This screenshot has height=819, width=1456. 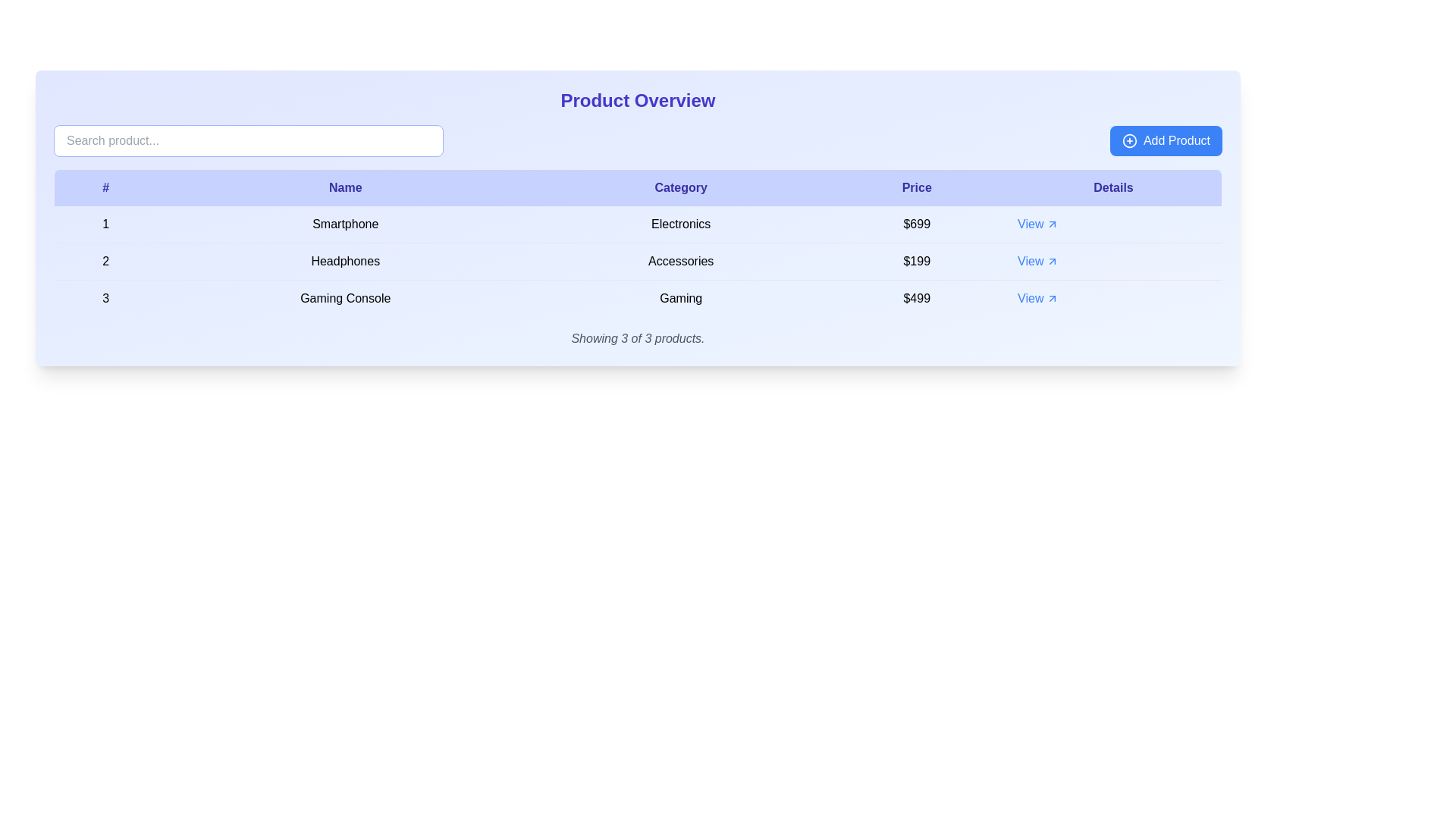 What do you see at coordinates (680, 260) in the screenshot?
I see `the label that provides category information for the second product entry in the table, located in the 'Category' column under 'Headphones'` at bounding box center [680, 260].